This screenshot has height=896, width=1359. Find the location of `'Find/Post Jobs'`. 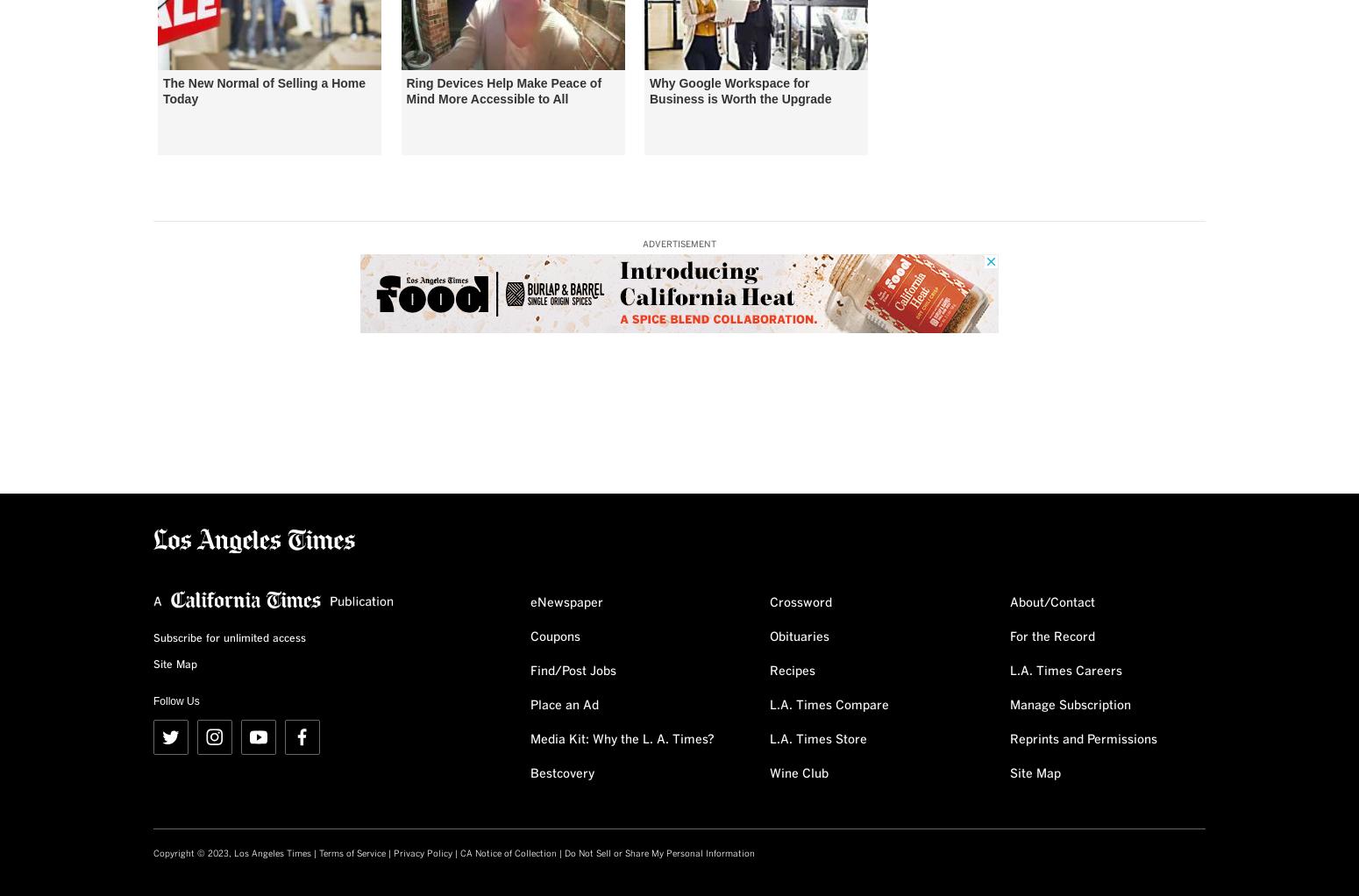

'Find/Post Jobs' is located at coordinates (572, 670).